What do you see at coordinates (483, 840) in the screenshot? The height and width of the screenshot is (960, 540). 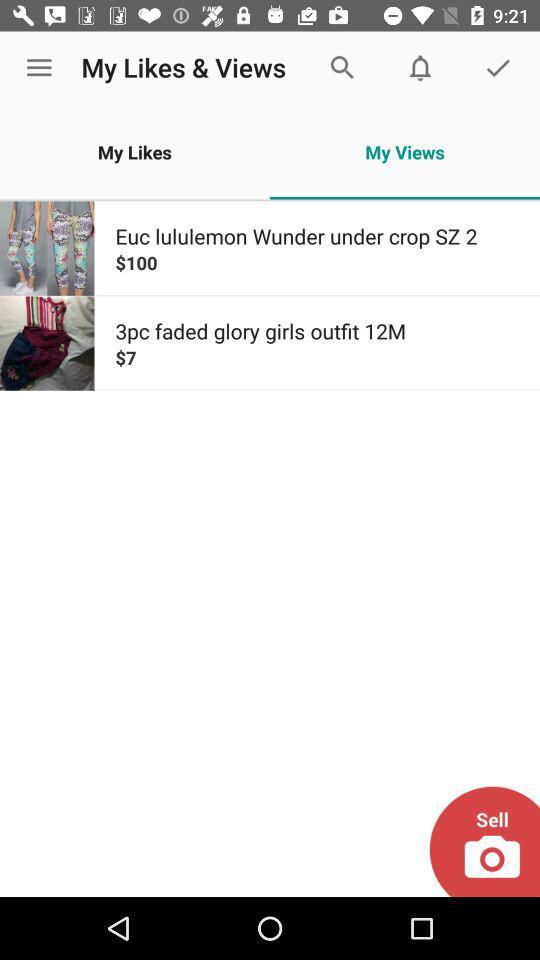 I see `capture the image to sell product open camera for taking image of selling product` at bounding box center [483, 840].